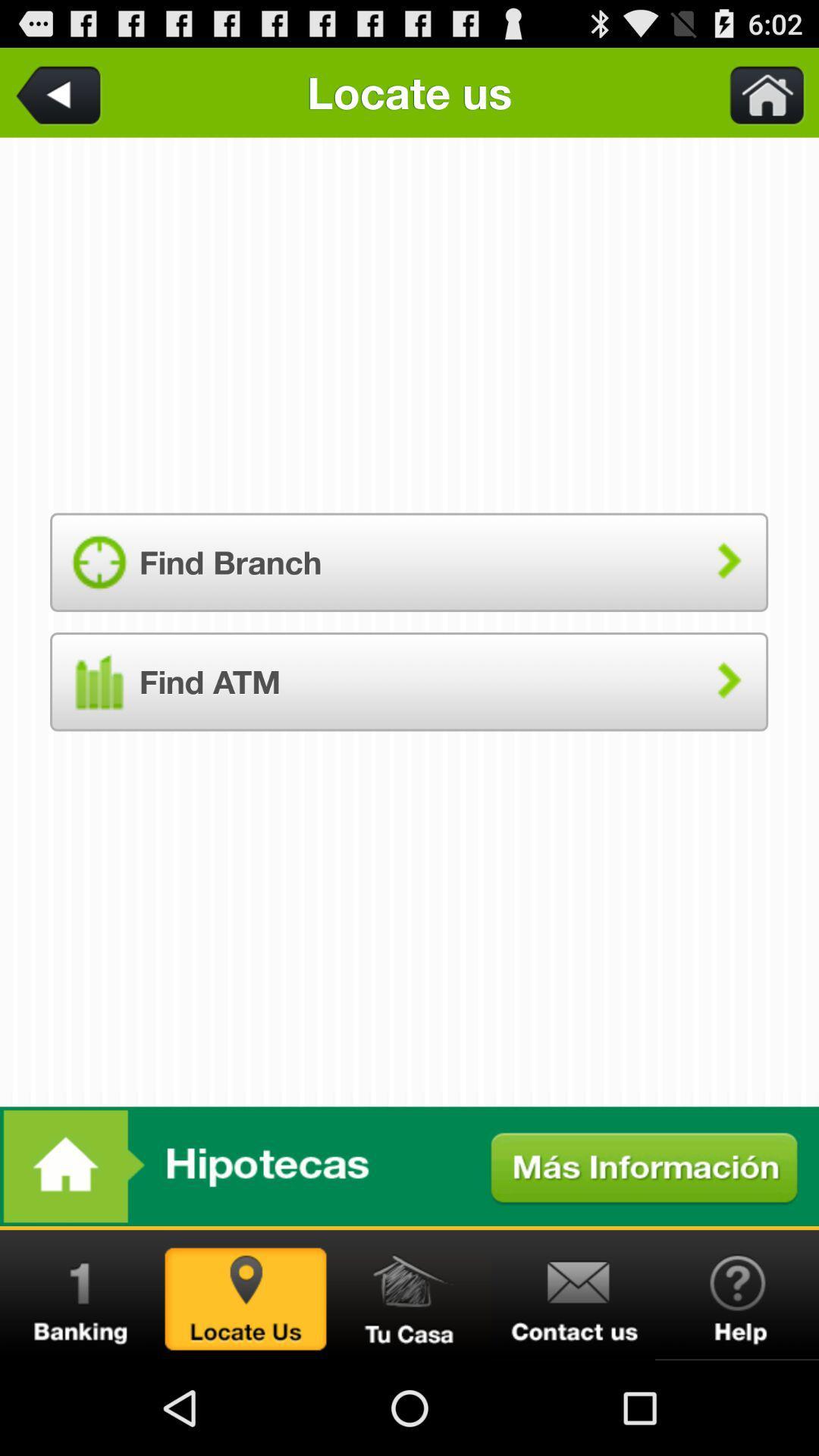 Image resolution: width=819 pixels, height=1456 pixels. What do you see at coordinates (408, 681) in the screenshot?
I see `the button which is below find branch` at bounding box center [408, 681].